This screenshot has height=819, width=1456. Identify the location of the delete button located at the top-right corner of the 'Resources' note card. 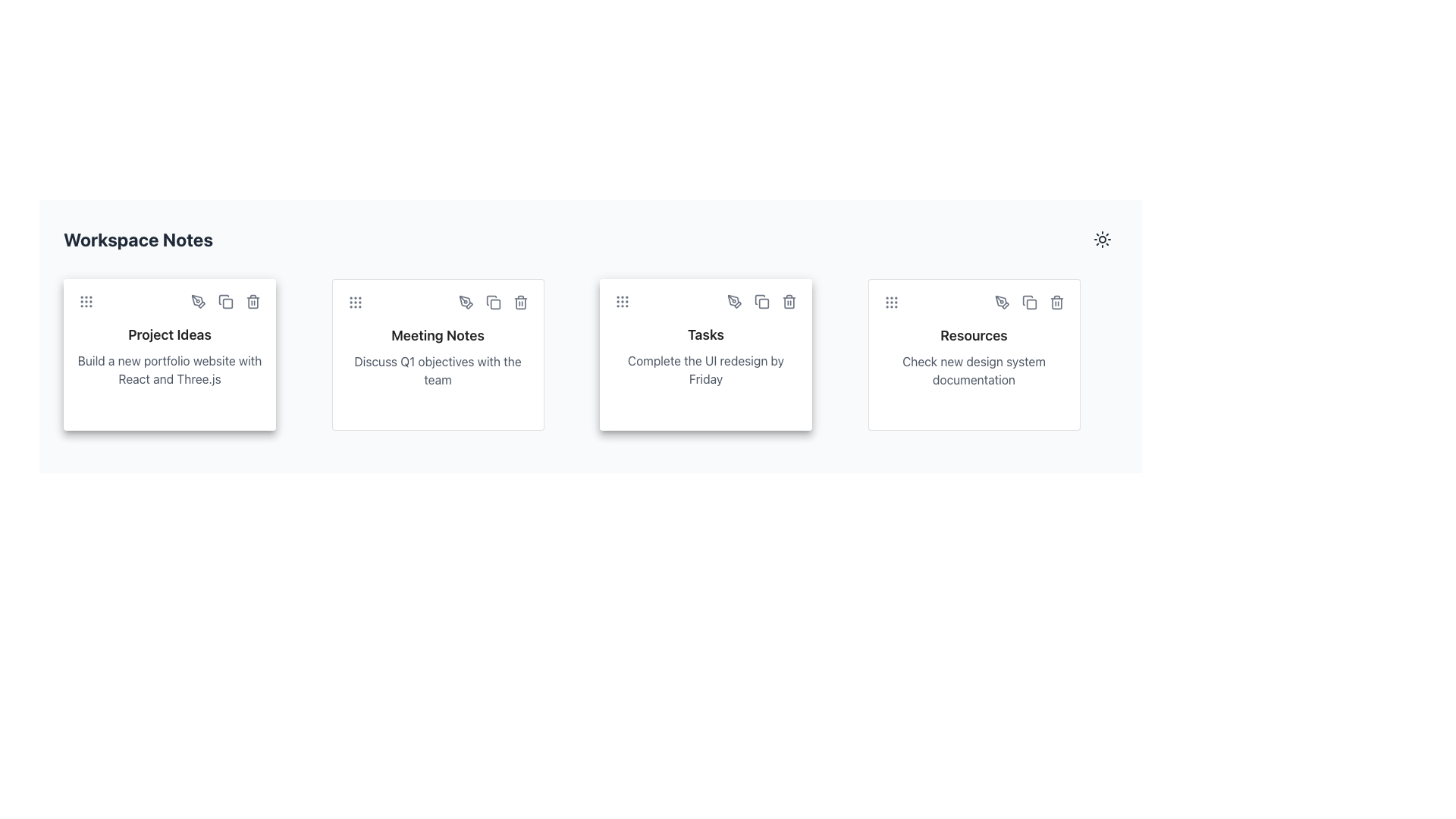
(1056, 302).